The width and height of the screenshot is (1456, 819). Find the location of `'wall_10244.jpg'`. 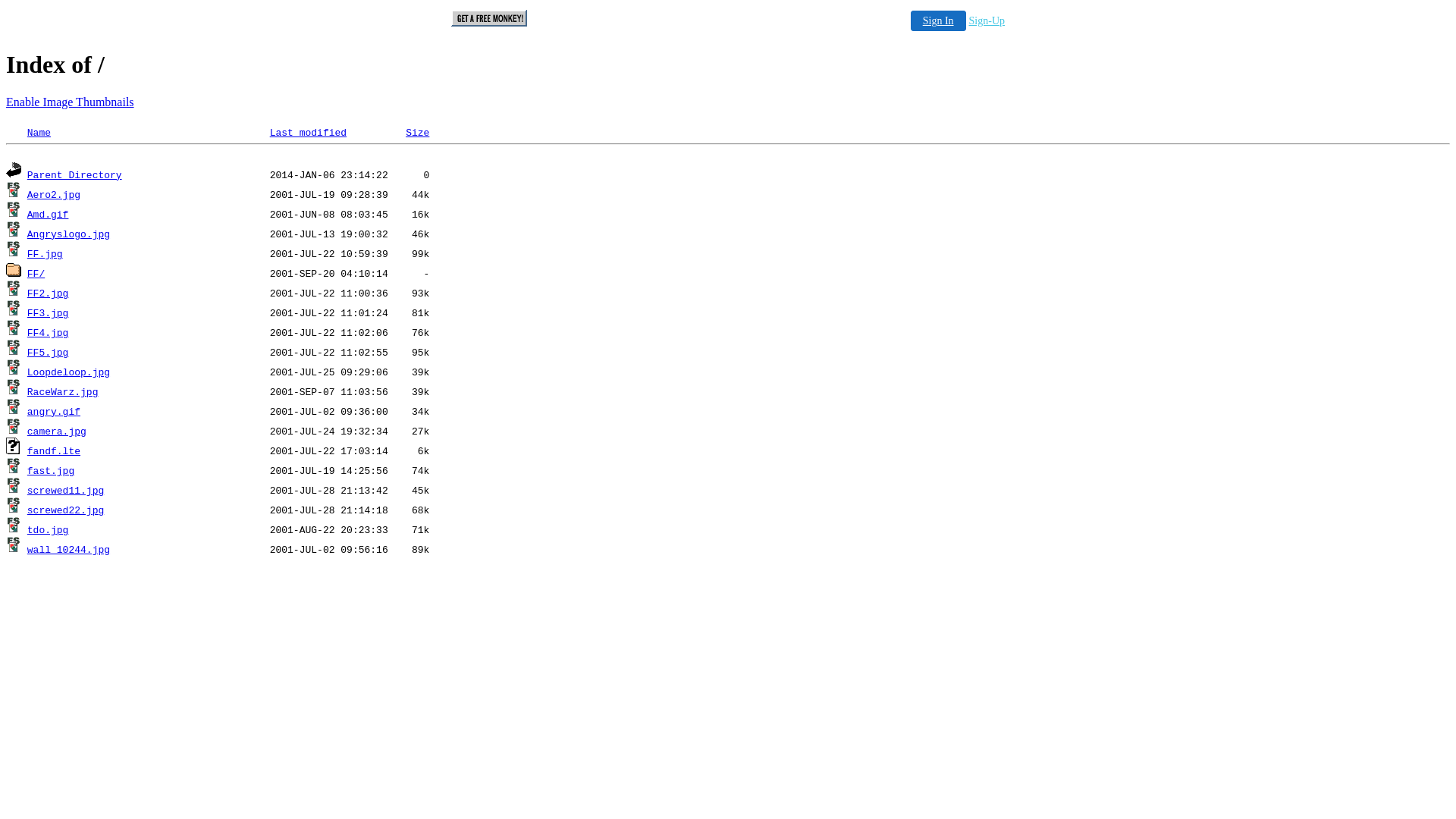

'wall_10244.jpg' is located at coordinates (67, 550).